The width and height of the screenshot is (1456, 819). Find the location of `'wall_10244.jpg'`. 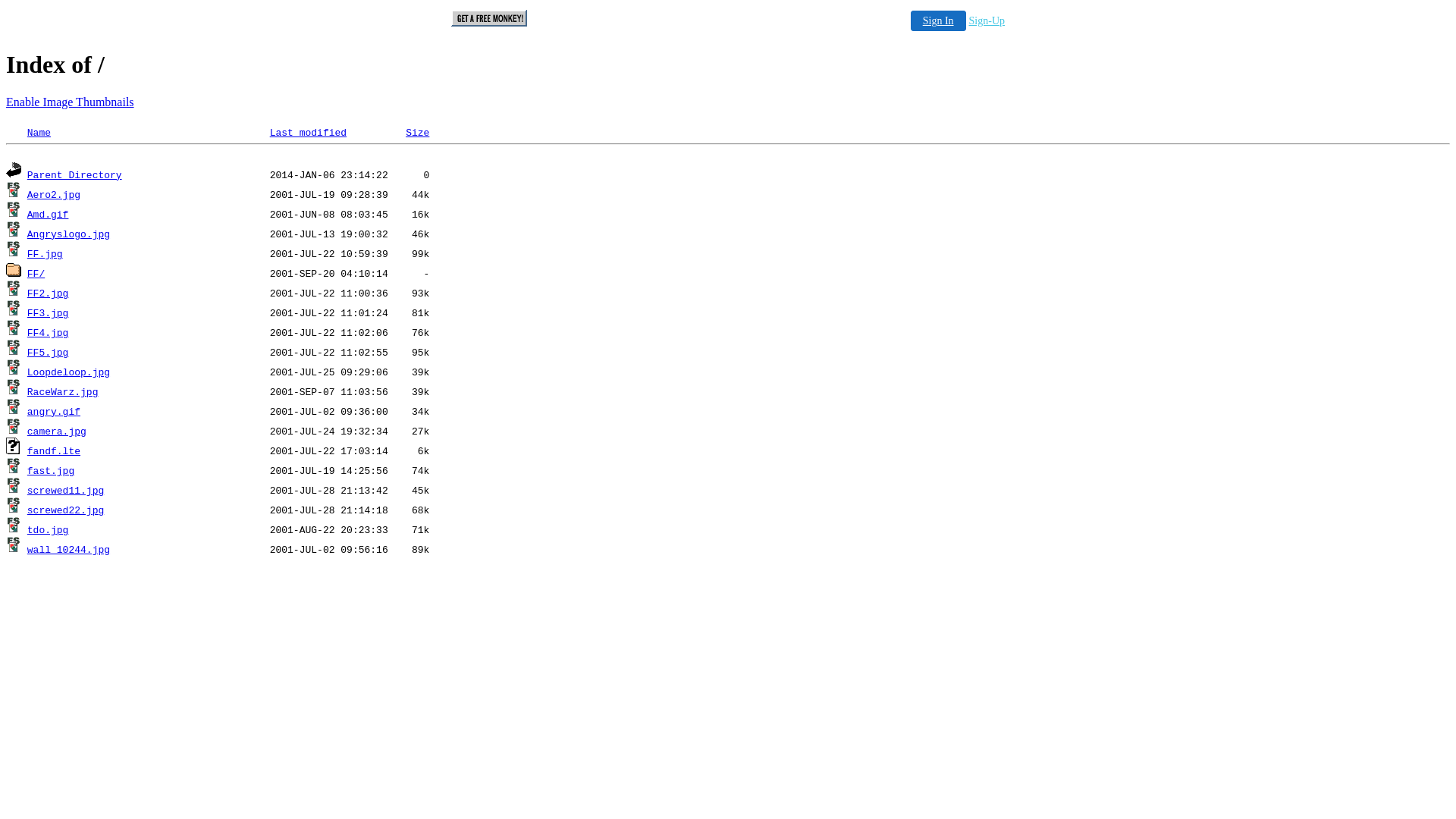

'wall_10244.jpg' is located at coordinates (67, 550).